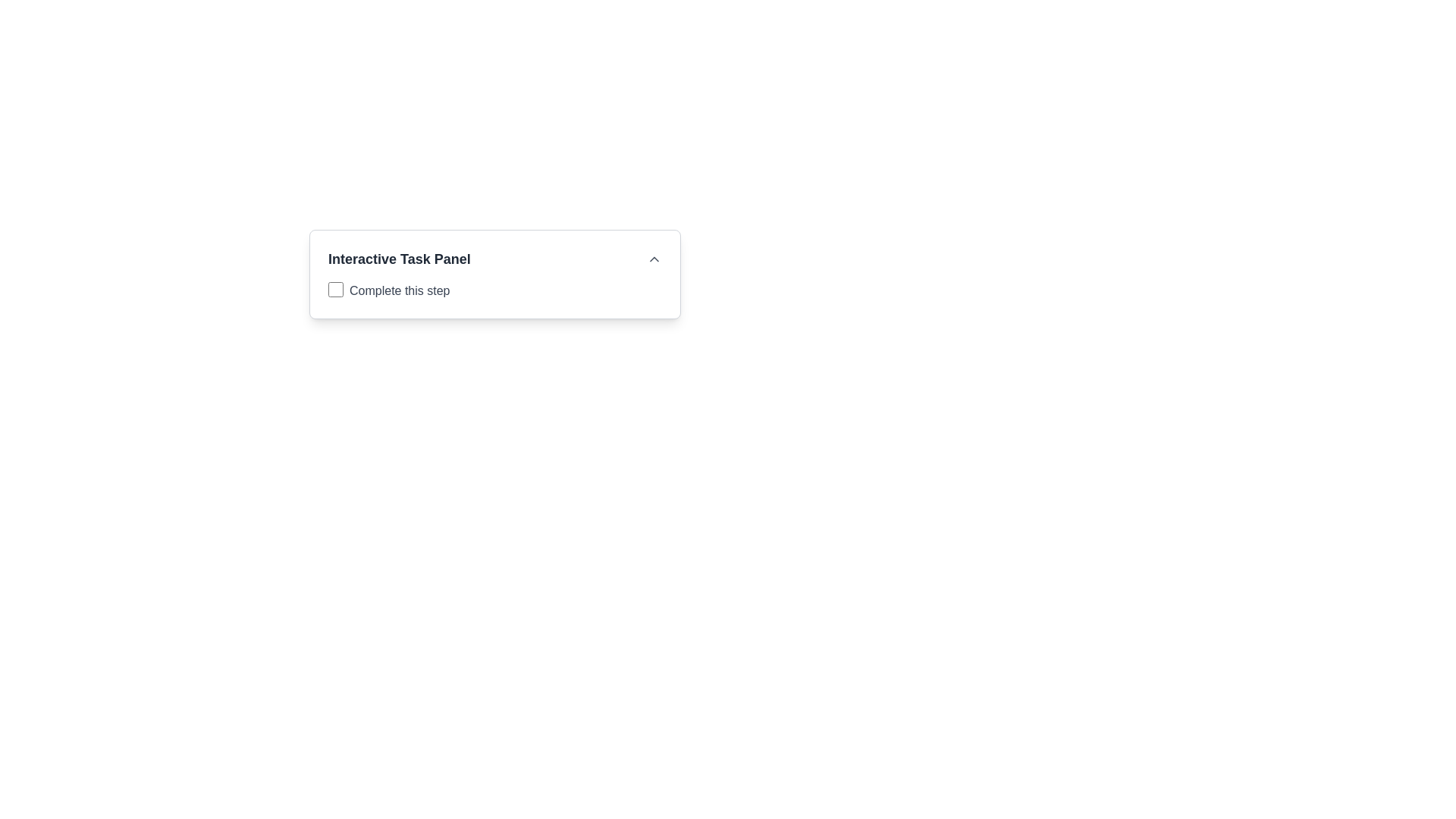  I want to click on the blue styled checkbox with a rounded shape located to the left of the text 'Complete this step', so click(334, 289).